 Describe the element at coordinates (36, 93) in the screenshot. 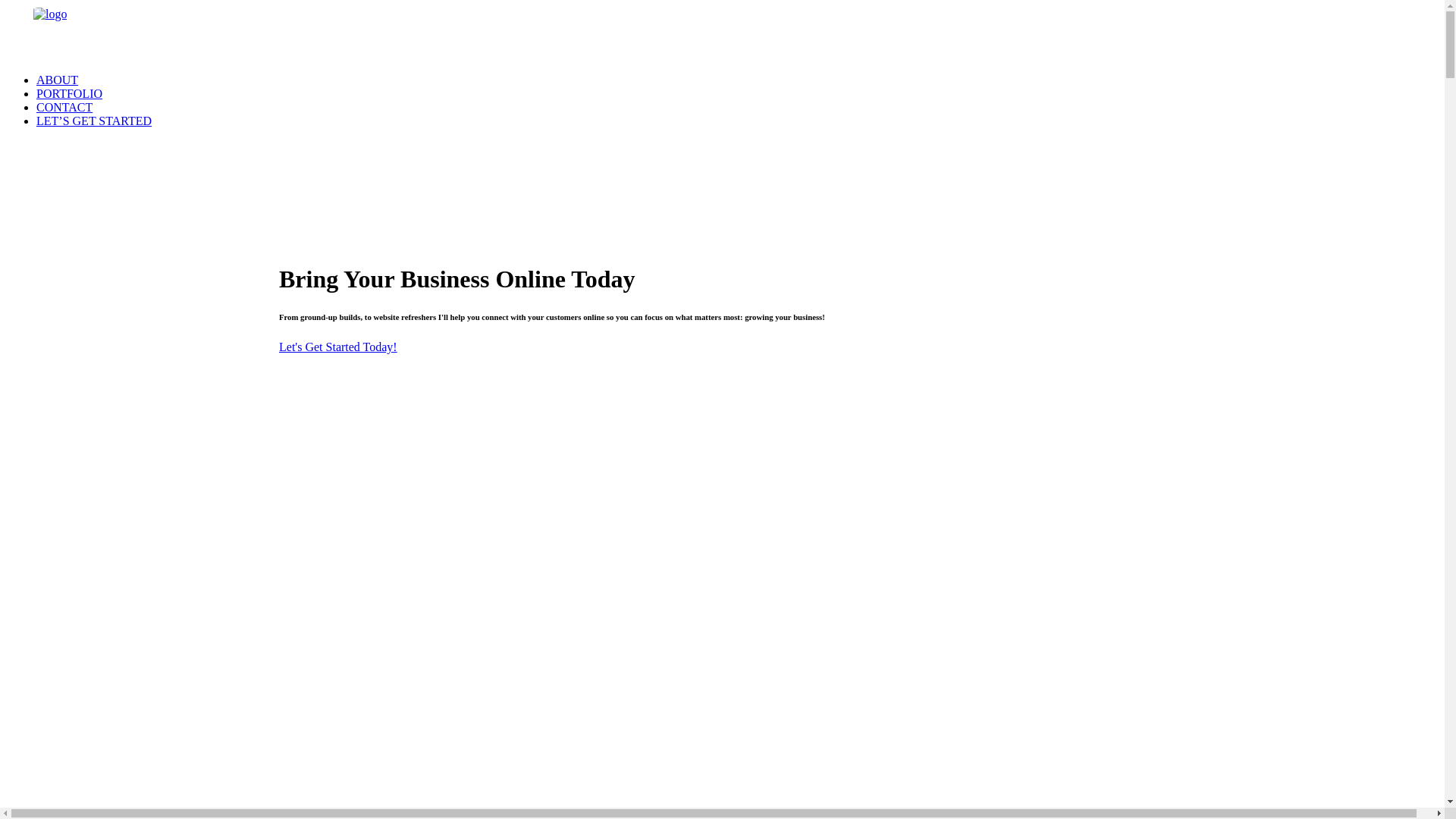

I see `'PORTFOLIO'` at that location.